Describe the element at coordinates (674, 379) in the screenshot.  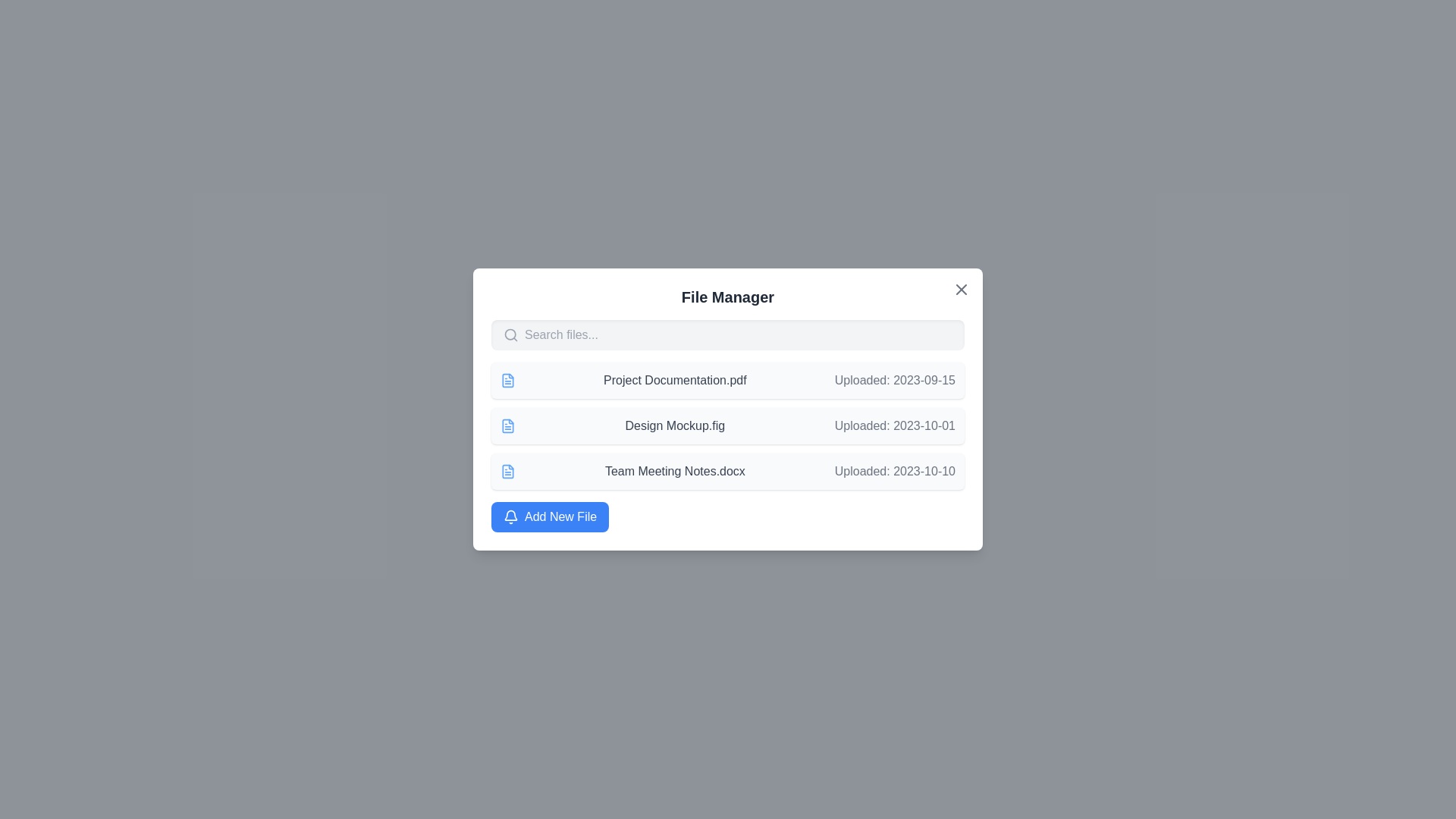
I see `the text label displaying the file name 'Project Documentation.pdf', which is styled in gray and located in the second row of the file list in the file manager interface` at that location.